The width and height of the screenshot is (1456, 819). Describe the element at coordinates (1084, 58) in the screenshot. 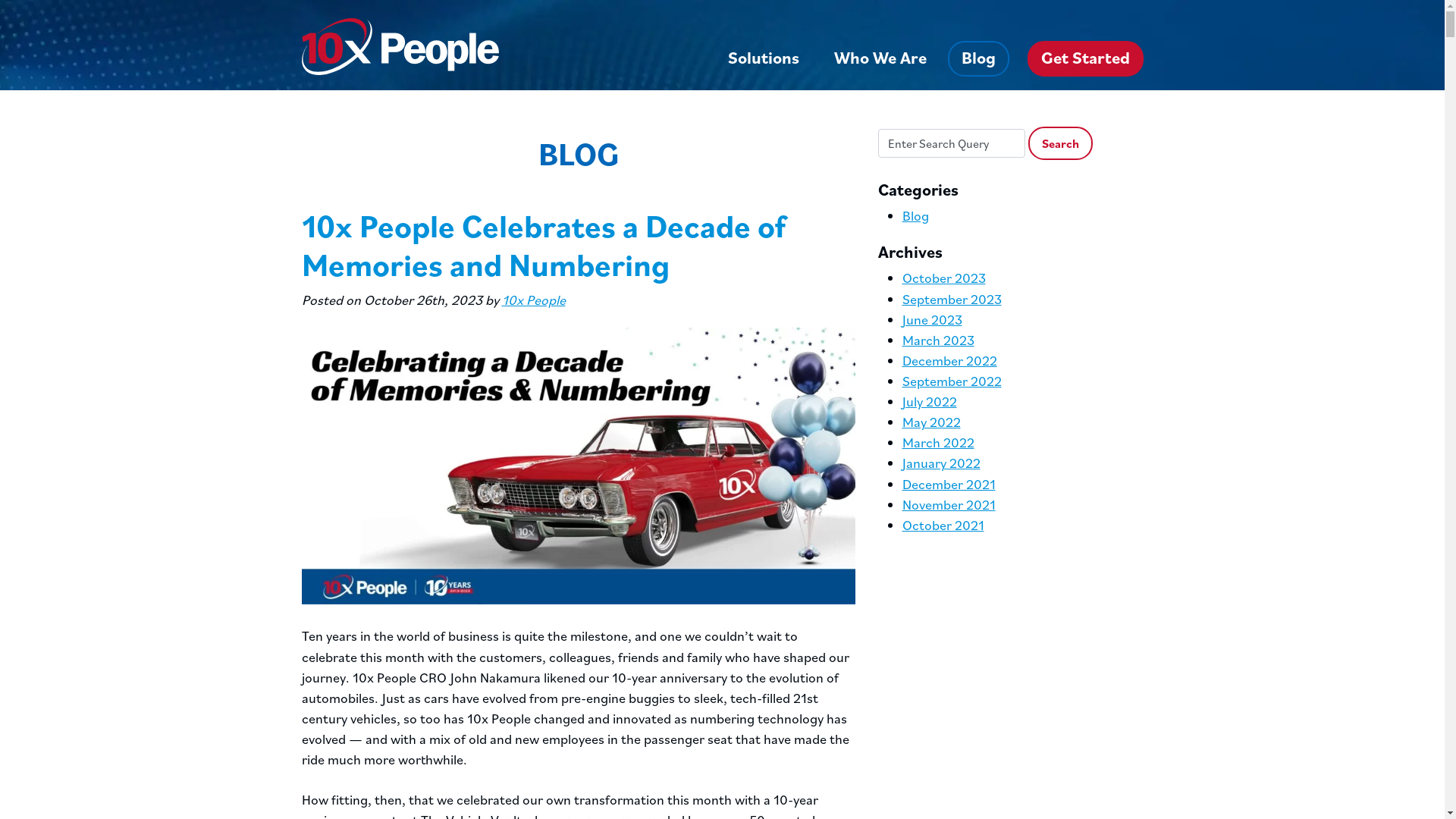

I see `'Get Started'` at that location.